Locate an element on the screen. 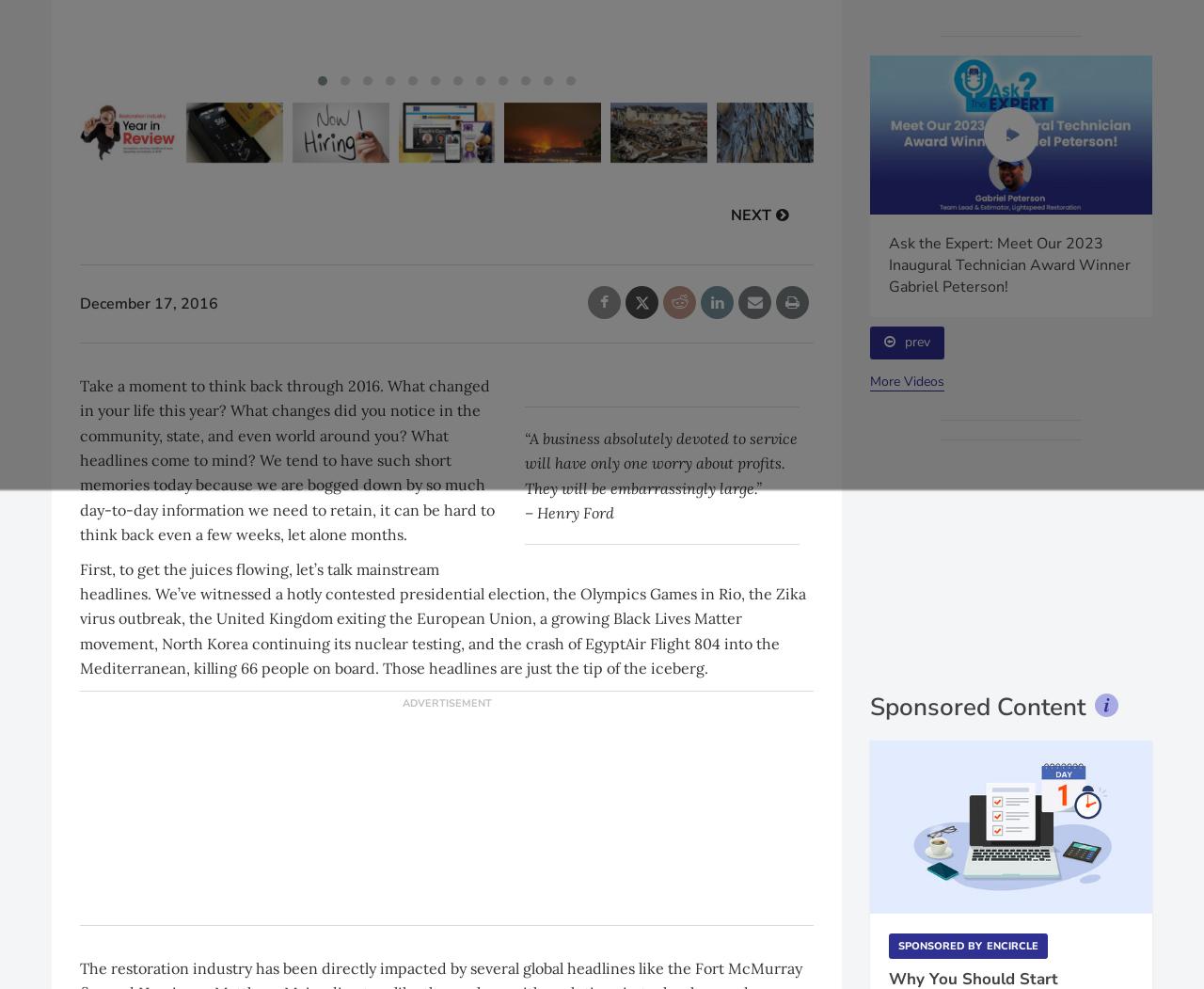  'December 17, 2016' is located at coordinates (78, 302).